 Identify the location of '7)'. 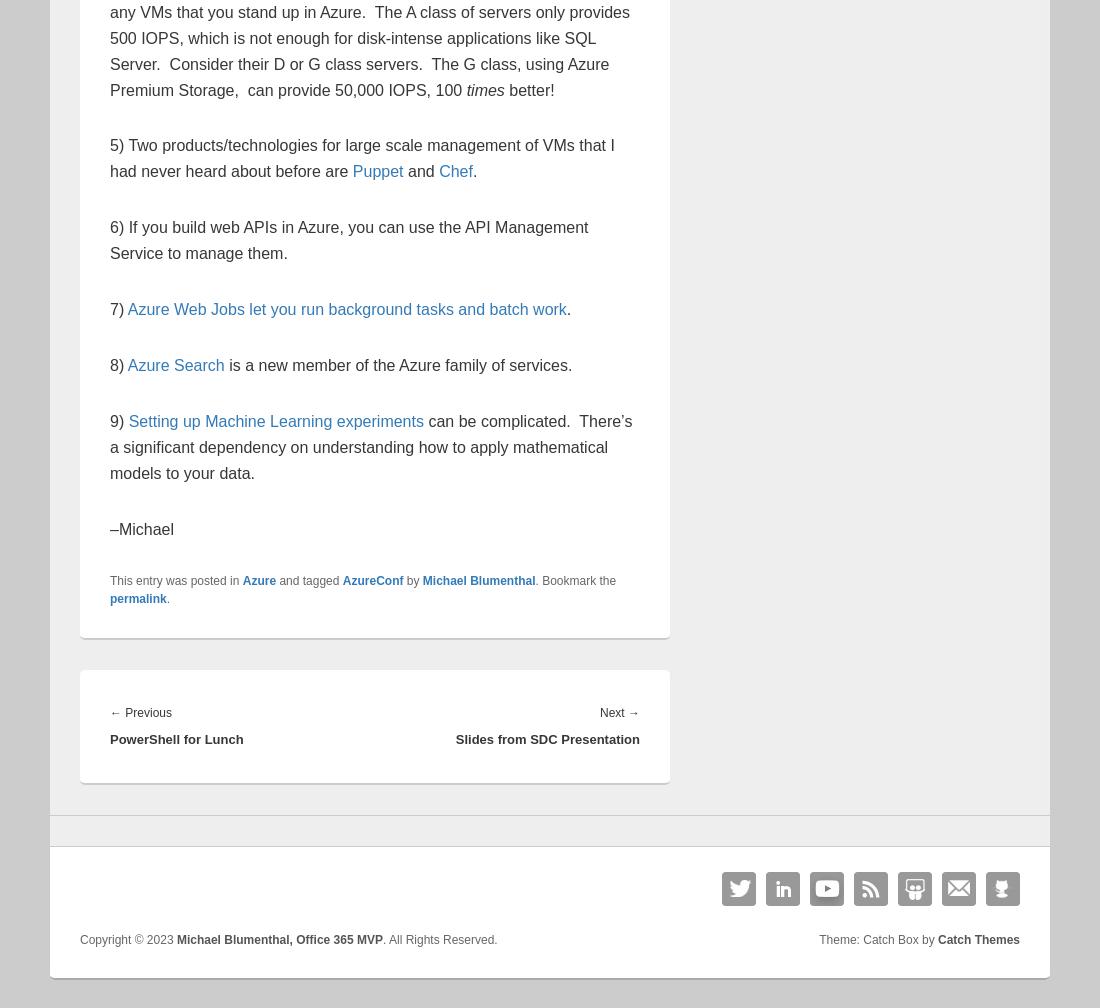
(118, 309).